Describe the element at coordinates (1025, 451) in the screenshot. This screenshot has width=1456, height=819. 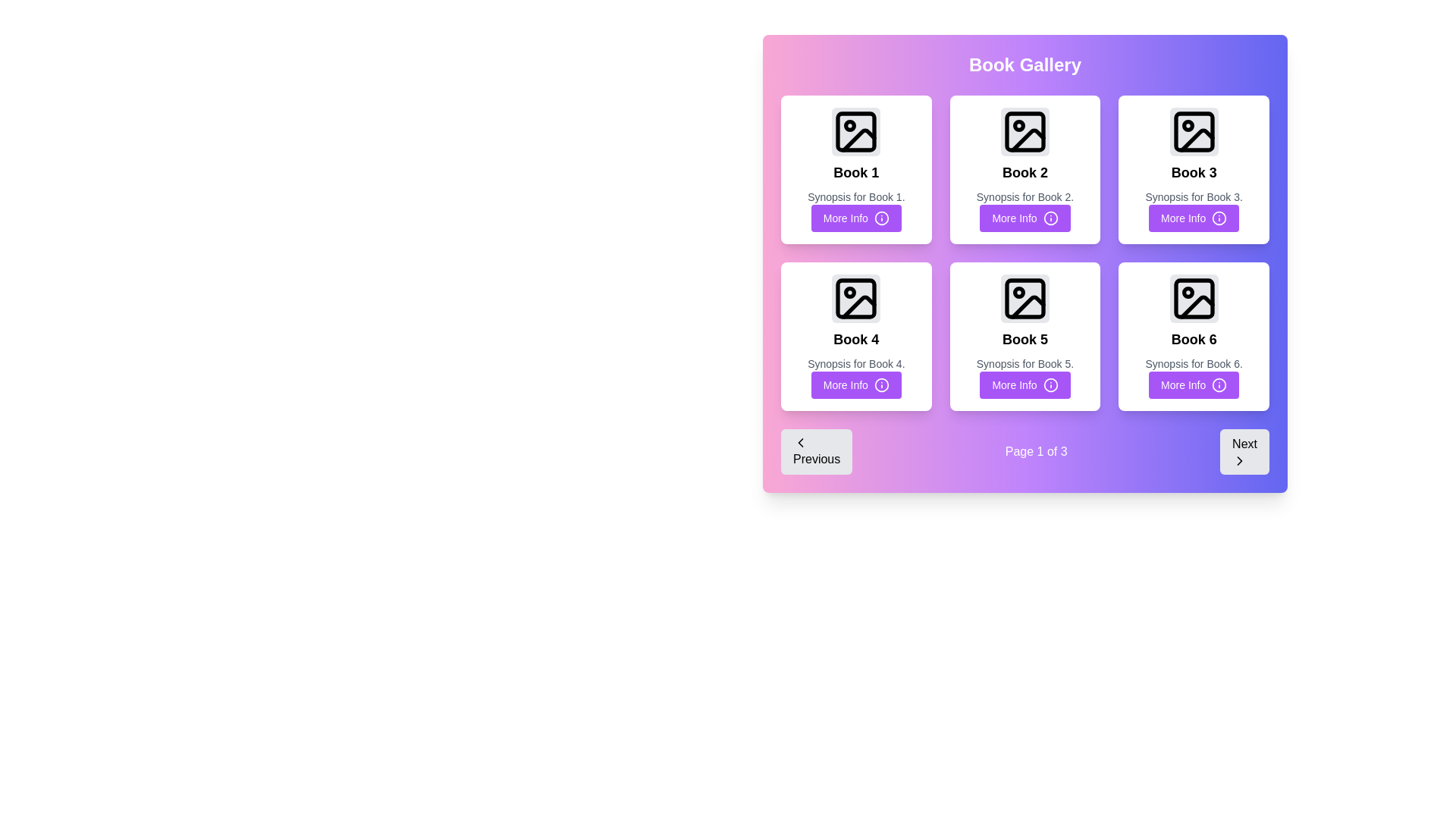
I see `page indicator text from the Pagination bar located at the bottom of the 'Book Gallery' section, which shows the current page number and total pages` at that location.